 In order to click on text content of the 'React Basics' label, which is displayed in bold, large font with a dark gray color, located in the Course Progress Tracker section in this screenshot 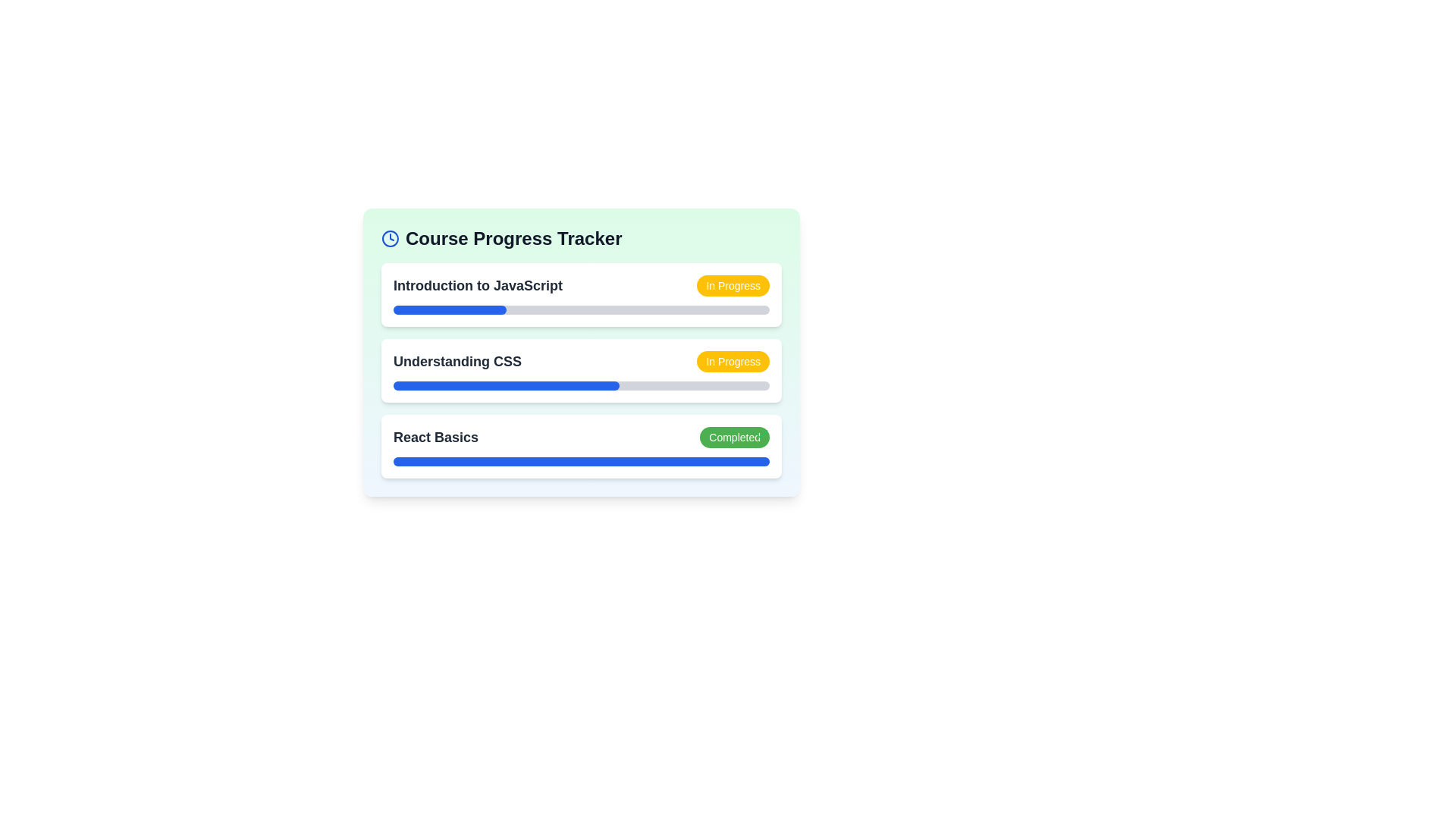, I will do `click(435, 438)`.